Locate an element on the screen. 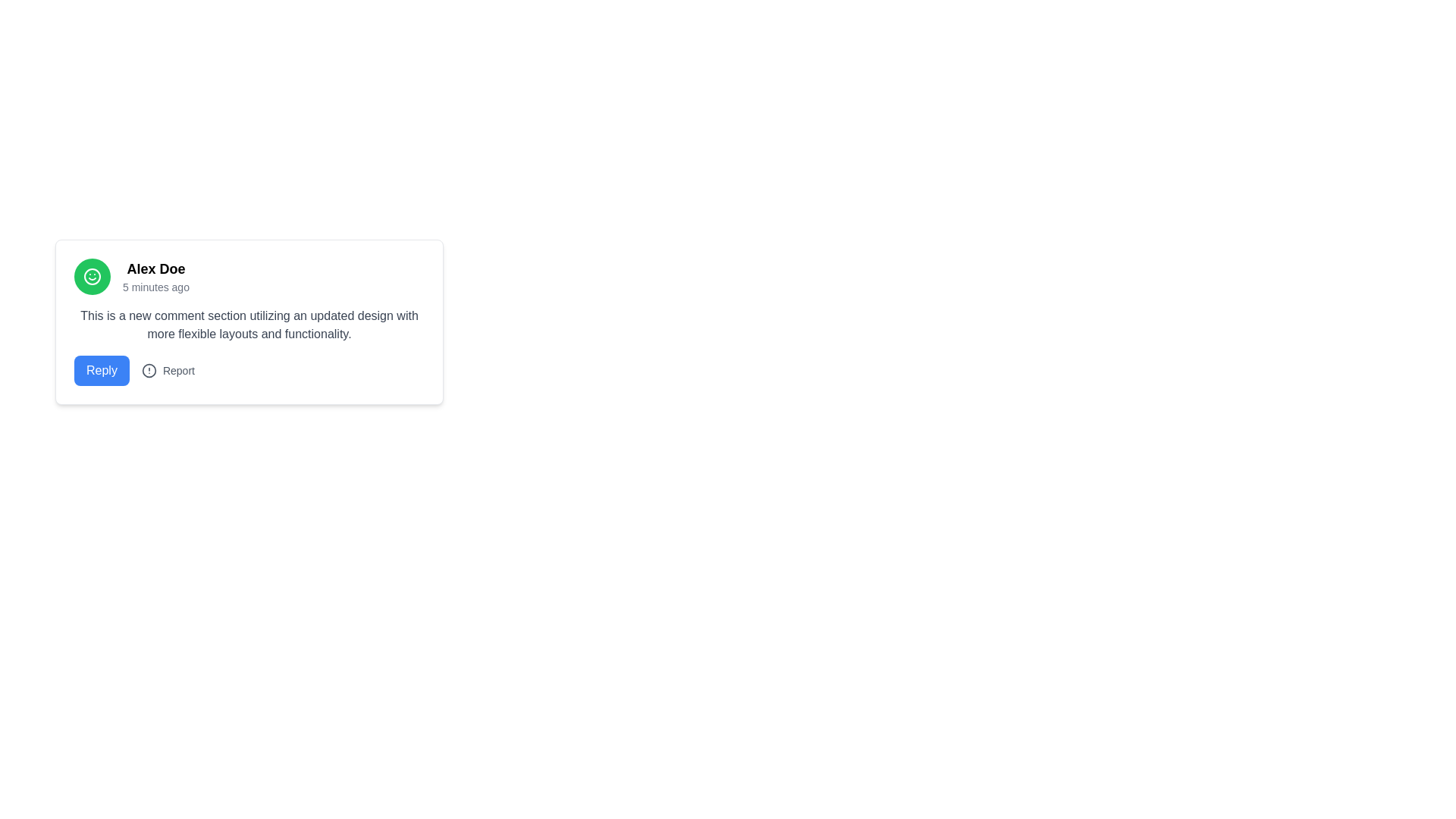  the report icon located before the text label in the report button section is located at coordinates (149, 371).